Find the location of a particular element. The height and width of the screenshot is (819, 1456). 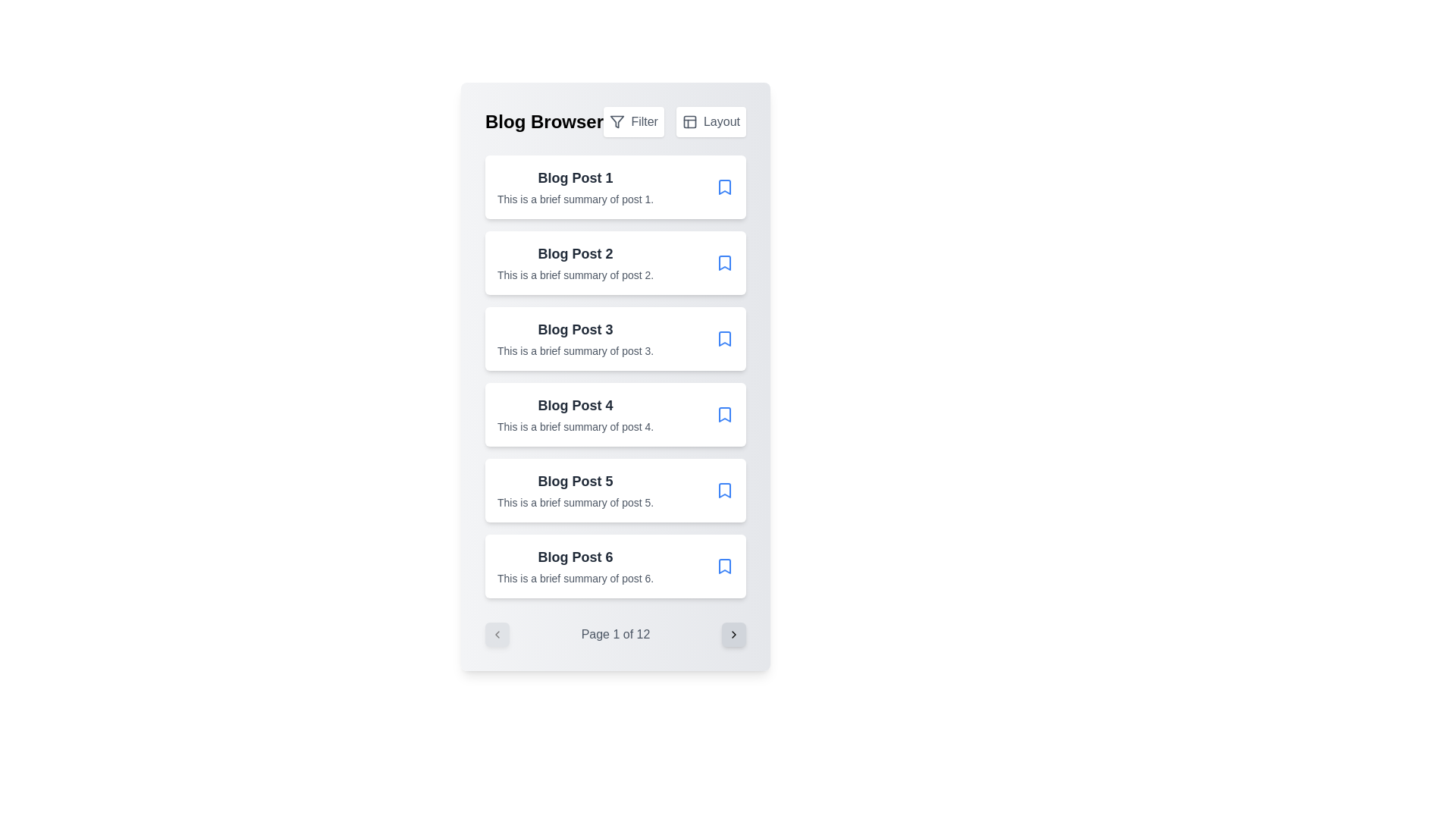

the filter icon located in the top interface bar, directly to the left of the 'Filter' text label is located at coordinates (617, 121).